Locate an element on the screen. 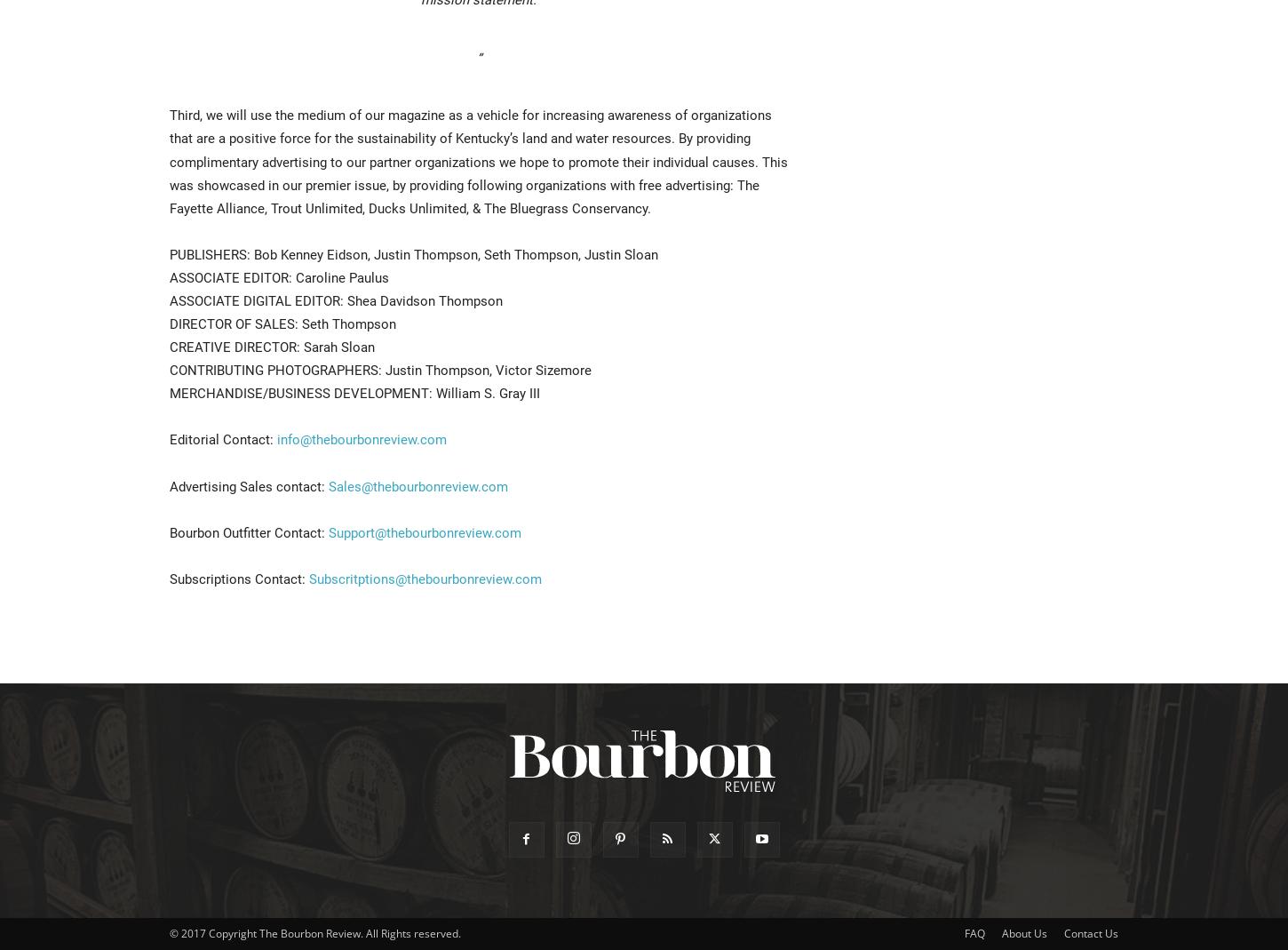  'Sales@thebourbonreview.com' is located at coordinates (417, 486).